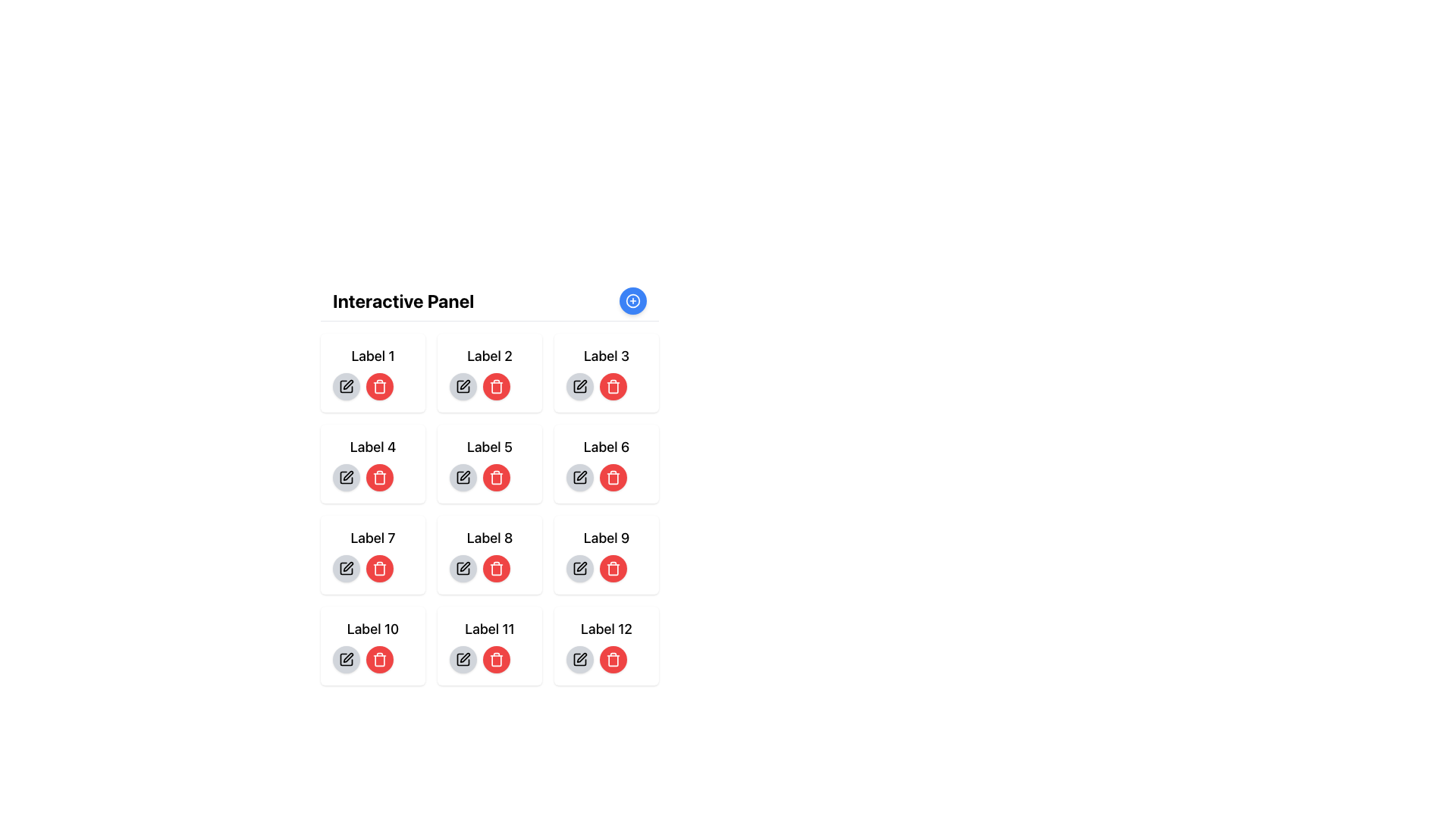 The height and width of the screenshot is (819, 1456). What do you see at coordinates (345, 385) in the screenshot?
I see `the edit button located to the left of the red circular button under 'Label 1'` at bounding box center [345, 385].